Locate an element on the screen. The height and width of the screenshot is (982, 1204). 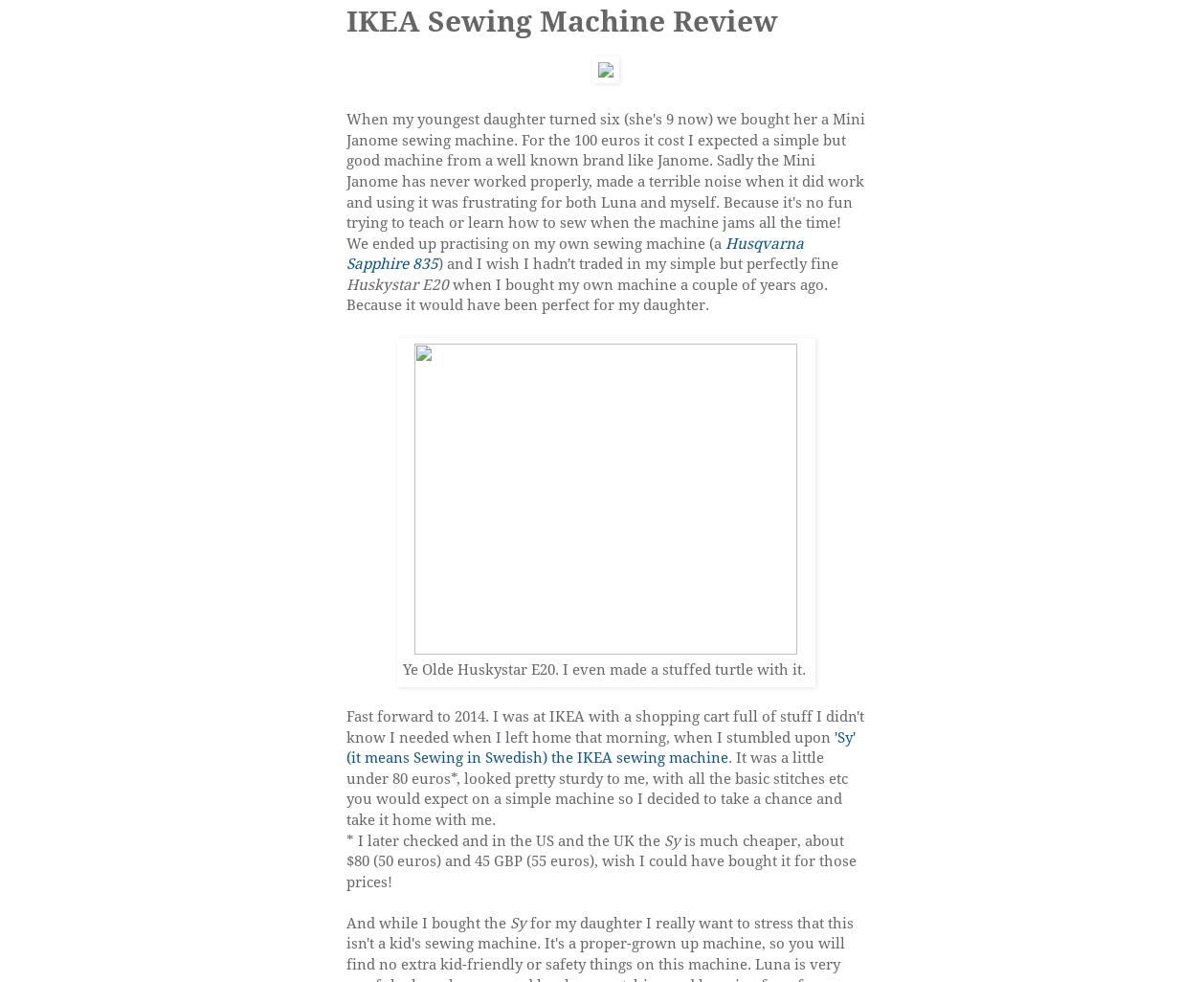
''Sy' (it means Sewing in Swedish) the IKEA sewing machine' is located at coordinates (599, 746).